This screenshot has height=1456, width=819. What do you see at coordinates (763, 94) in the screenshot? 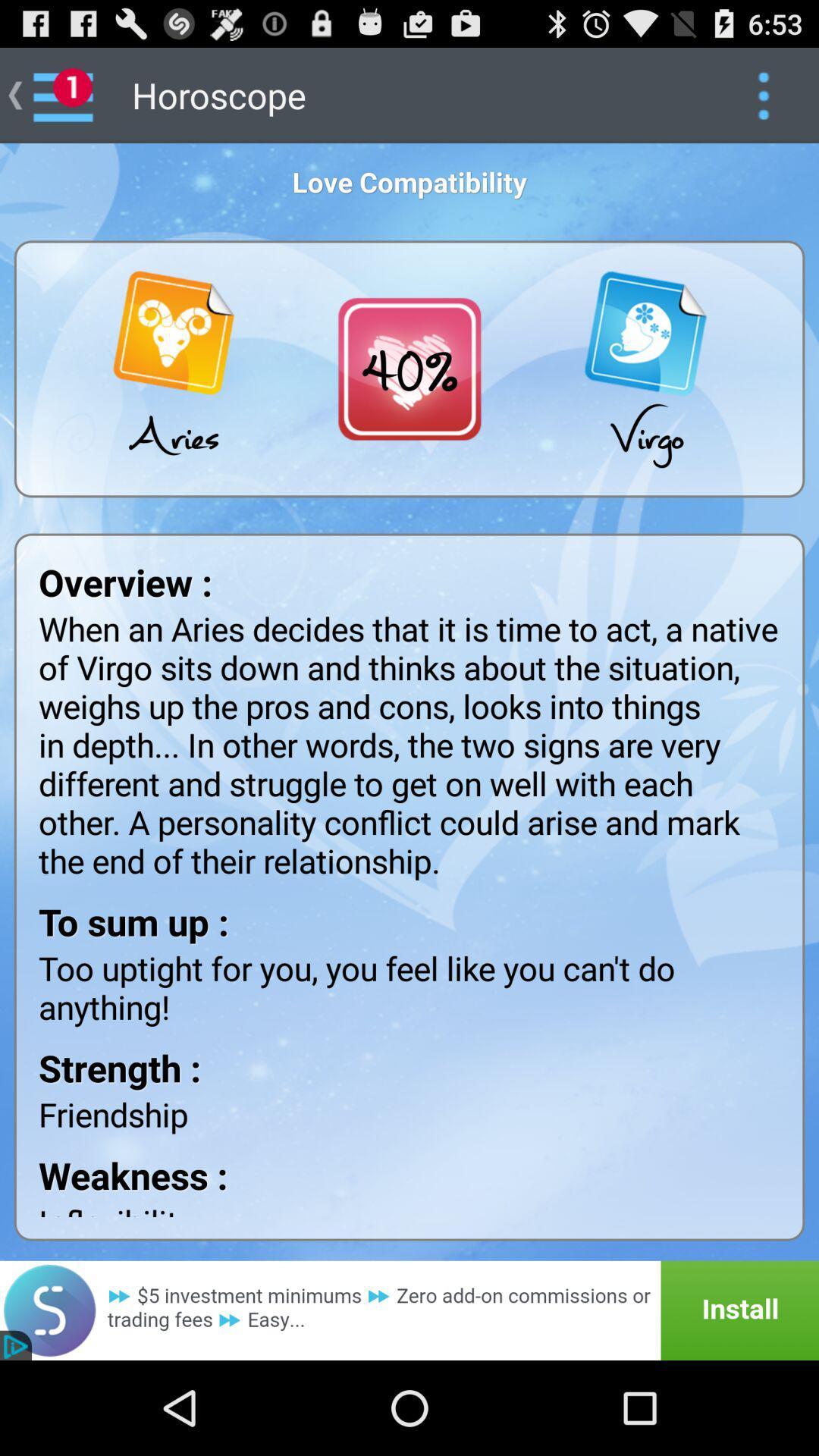
I see `switch to filter` at bounding box center [763, 94].